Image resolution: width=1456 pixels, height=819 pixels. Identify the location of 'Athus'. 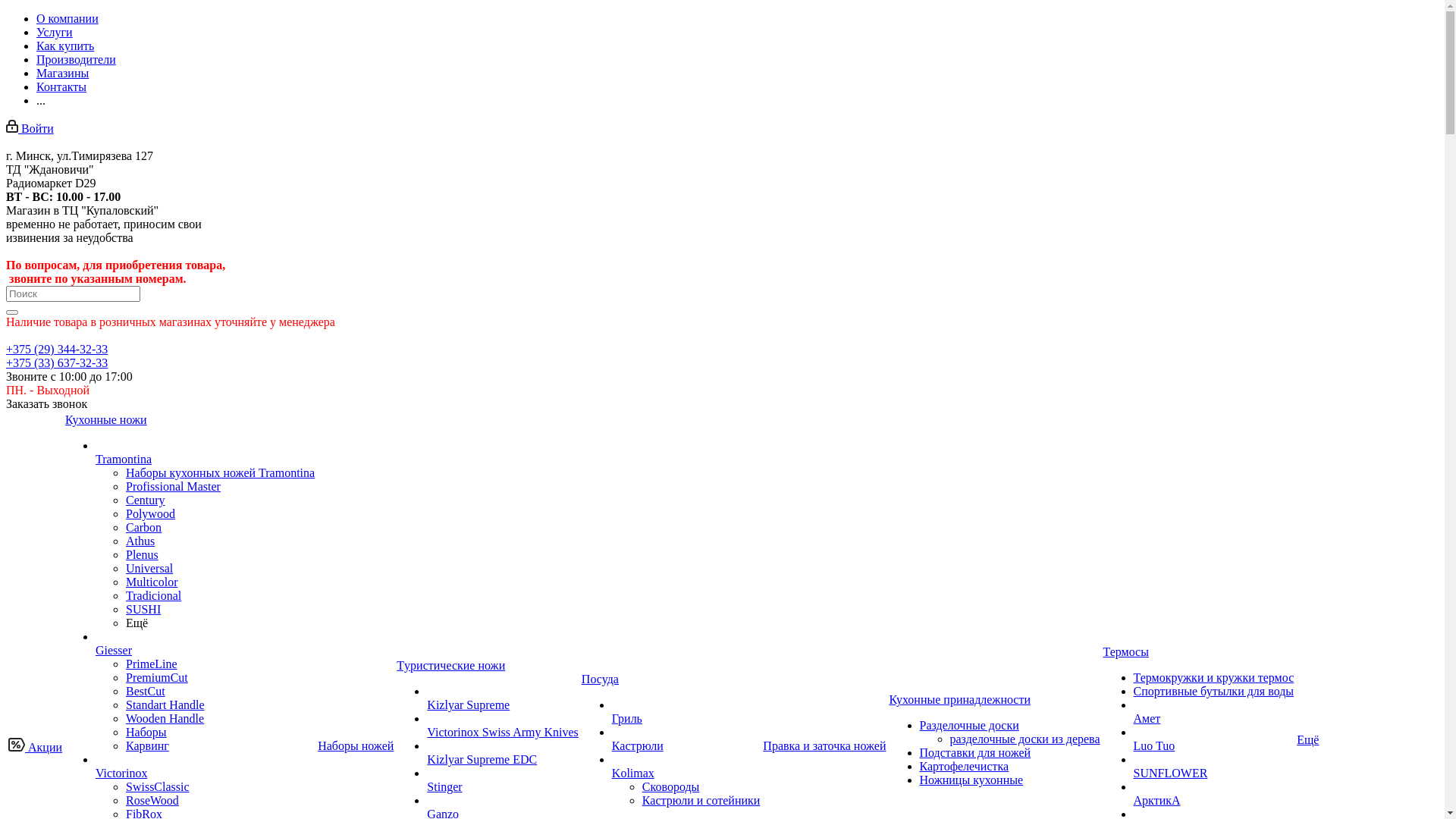
(140, 540).